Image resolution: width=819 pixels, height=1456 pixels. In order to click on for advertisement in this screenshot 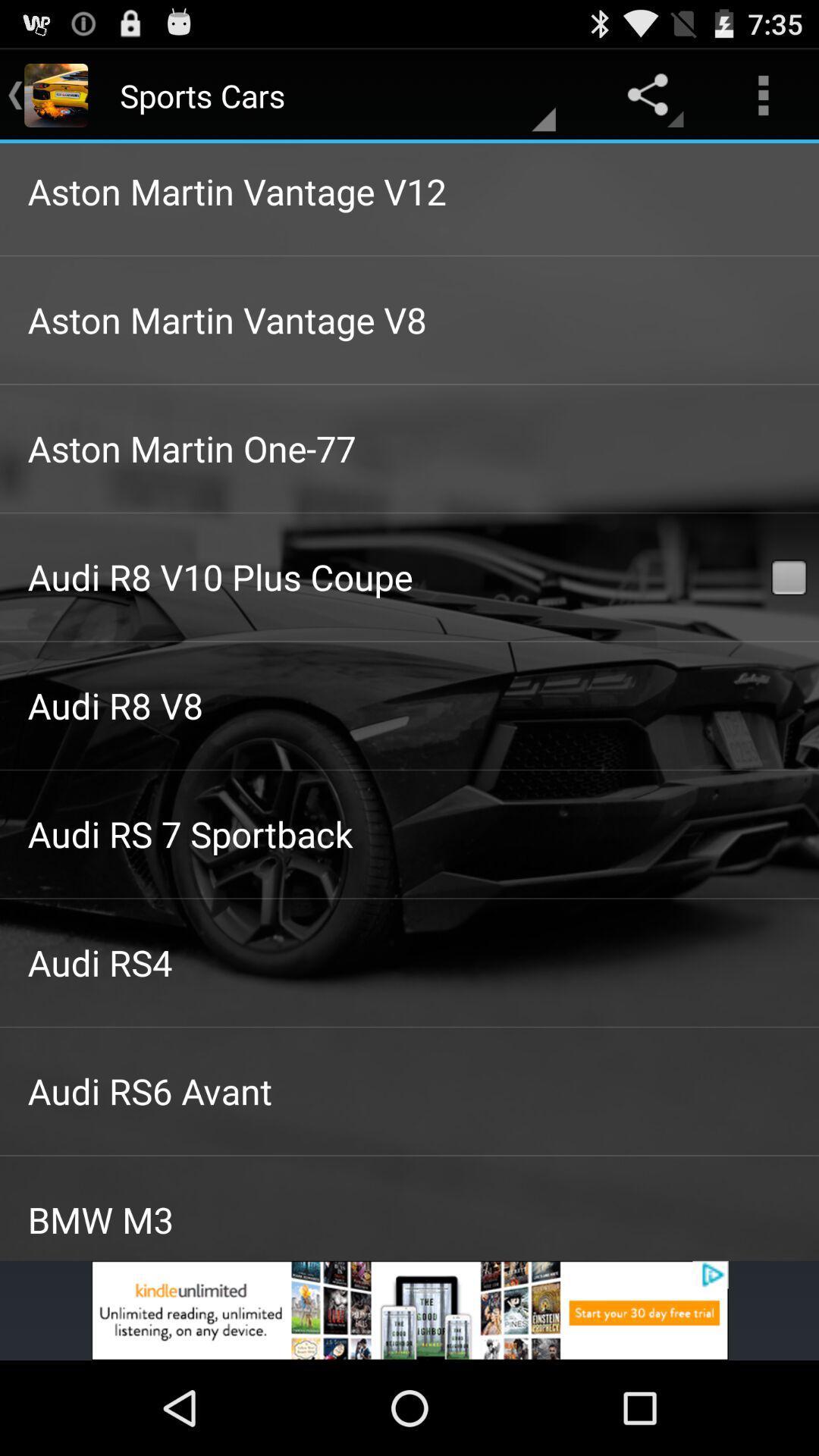, I will do `click(409, 1310)`.